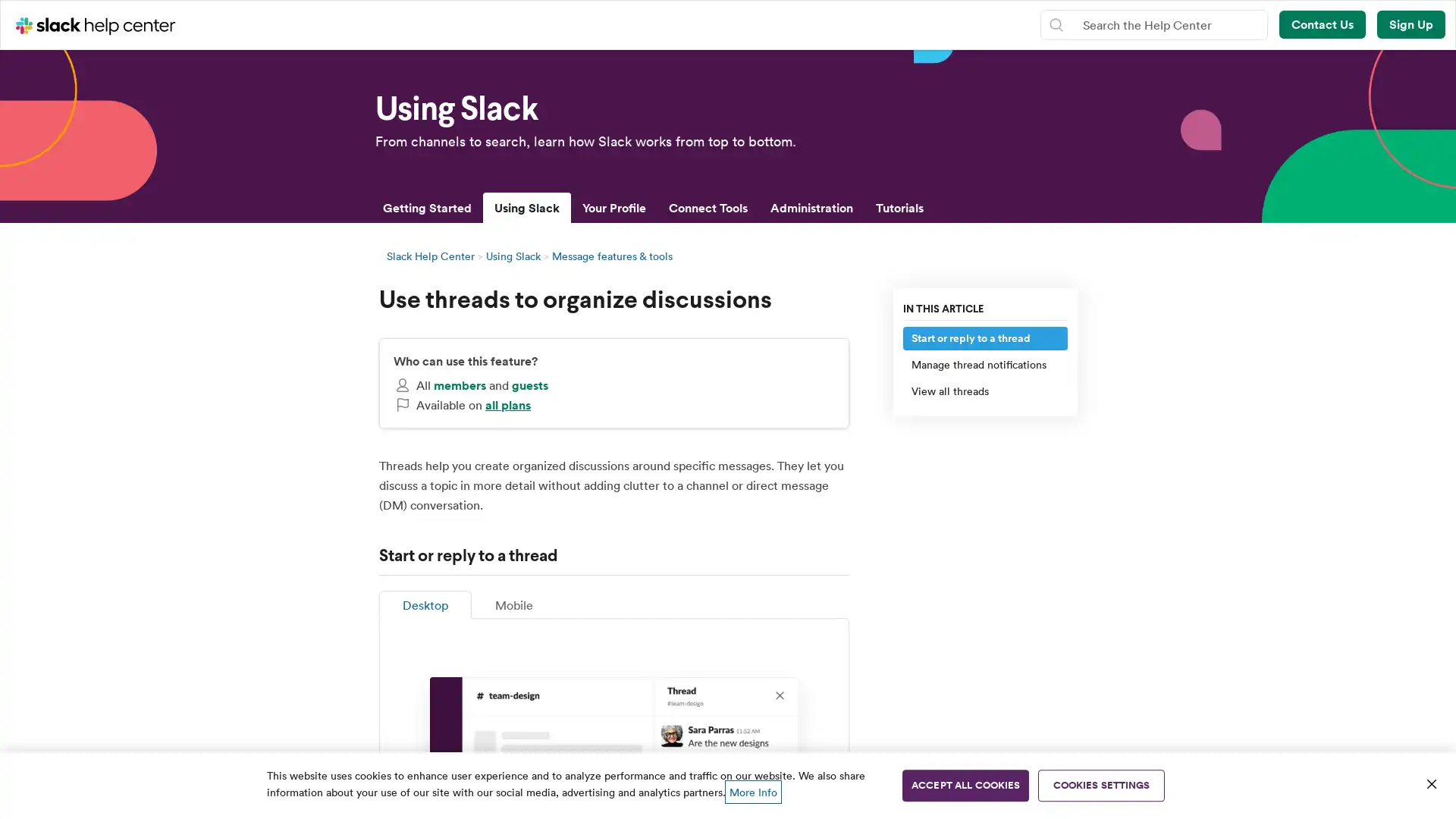  Describe the element at coordinates (965, 785) in the screenshot. I see `ACCEPT ALL COOKIES` at that location.